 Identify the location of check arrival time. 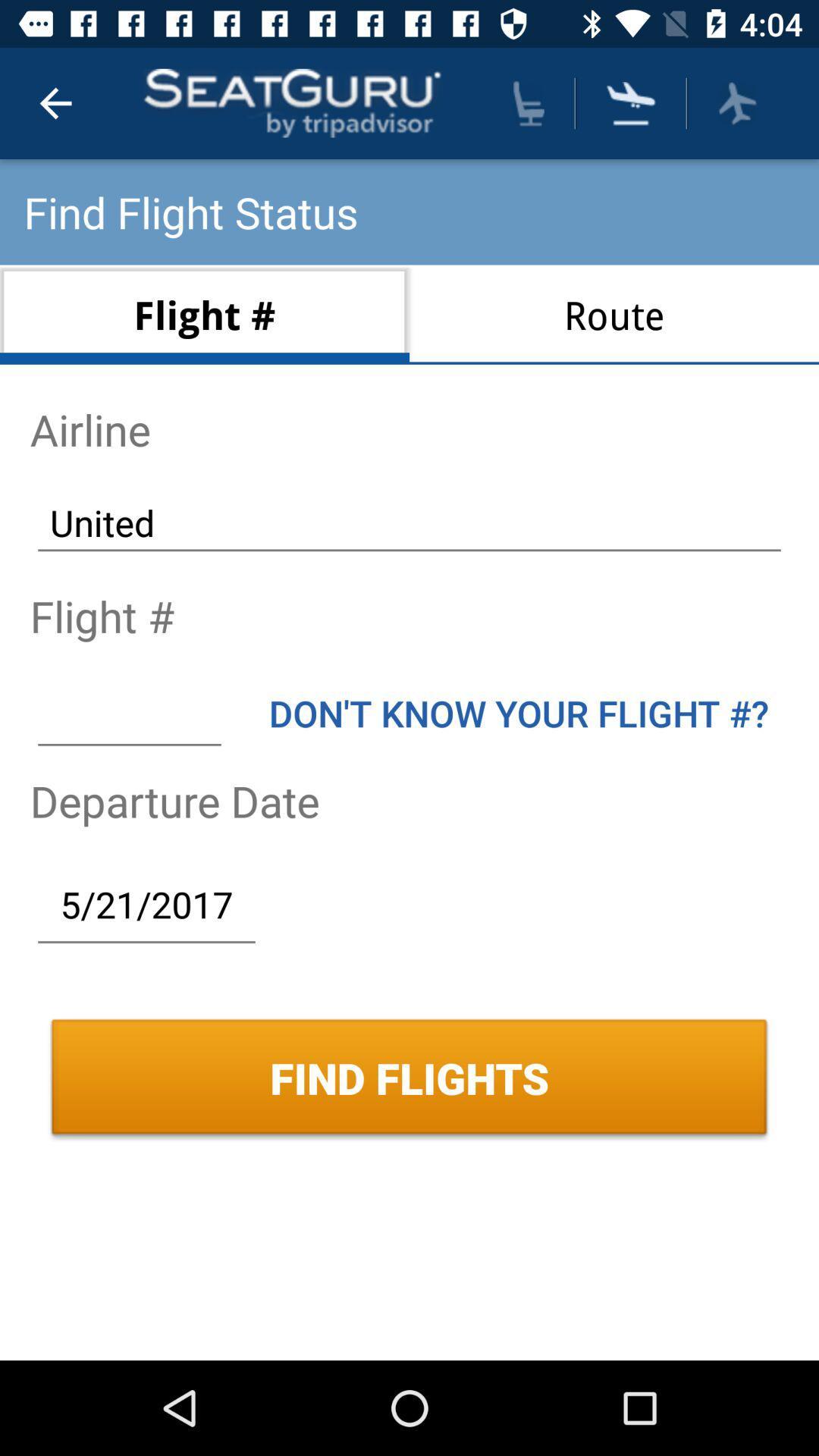
(631, 102).